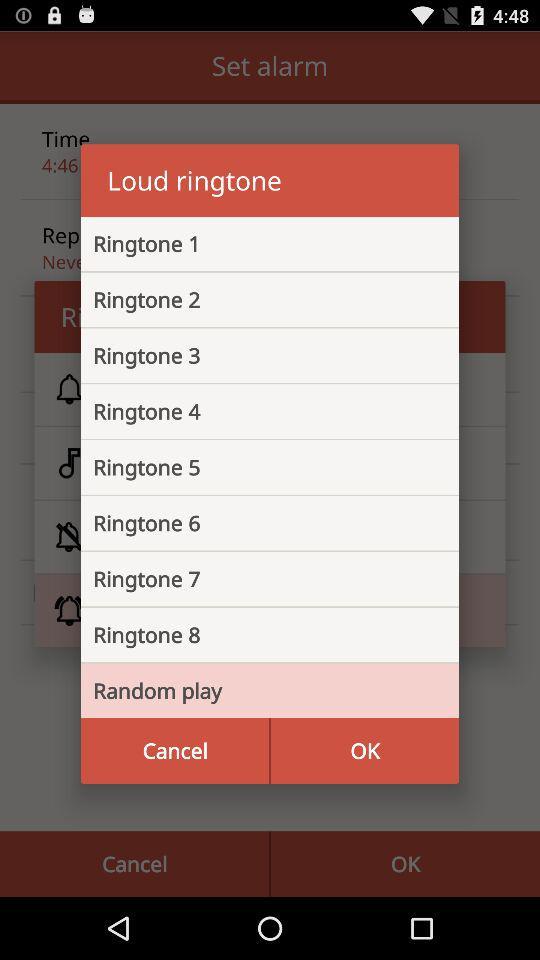 This screenshot has width=540, height=960. What do you see at coordinates (254, 522) in the screenshot?
I see `the icon above ringtone 7 item` at bounding box center [254, 522].